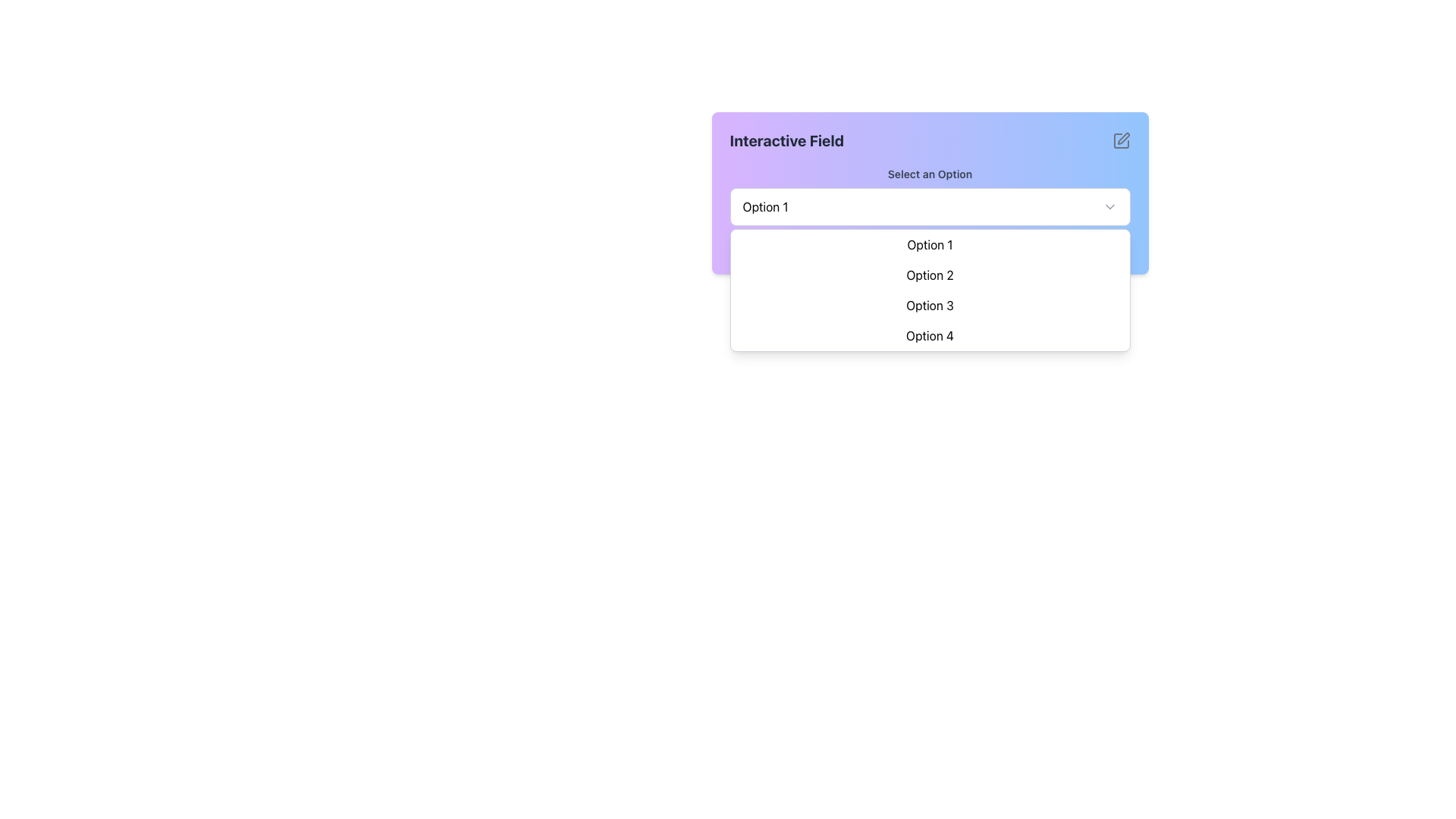 The width and height of the screenshot is (1456, 819). Describe the element at coordinates (929, 244) in the screenshot. I see `the 'Option 1' in the dropdown menu` at that location.